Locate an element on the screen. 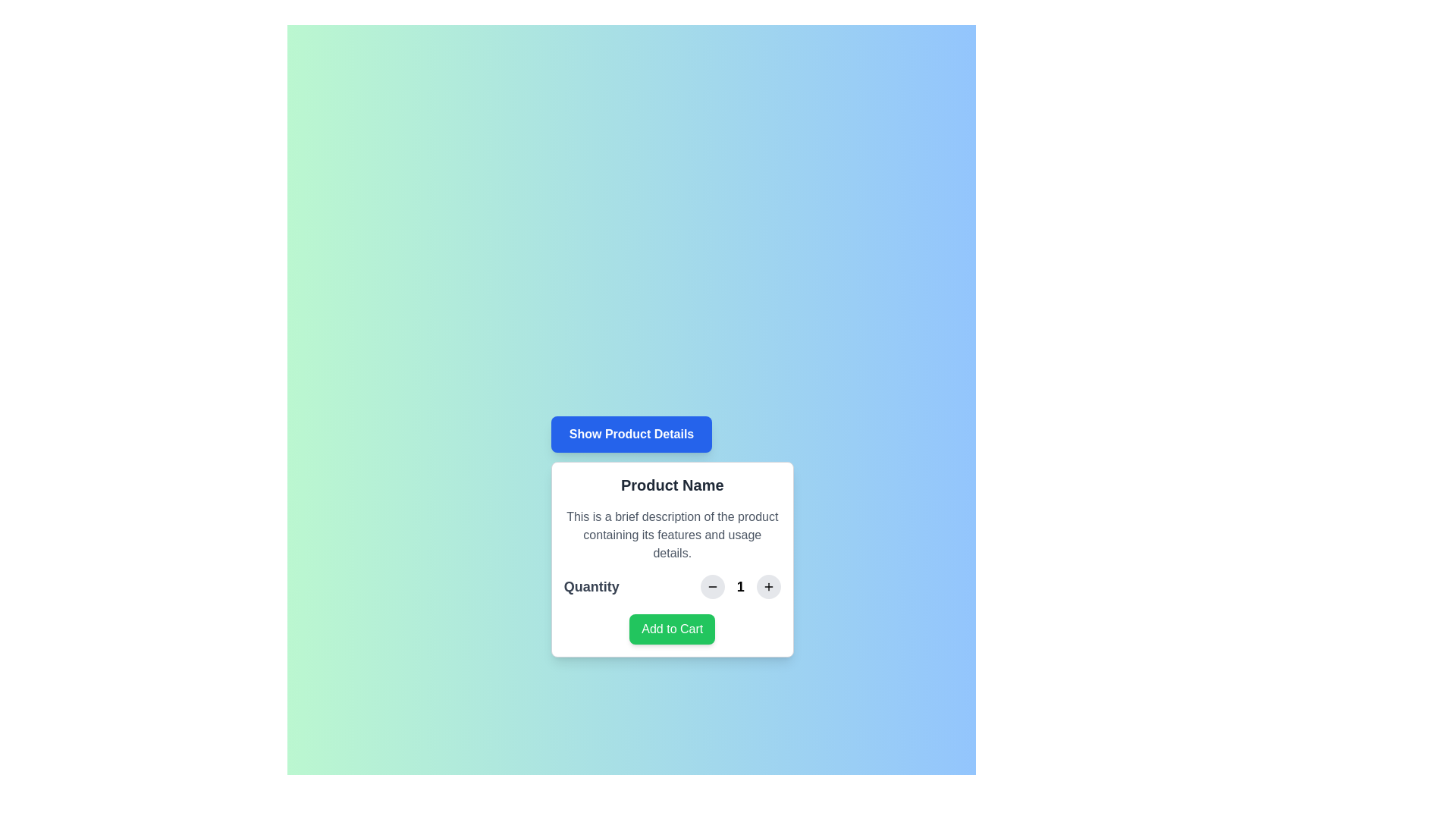  text element displaying the current quantity value '1' in the center of the quantity selector, located below 'Product Name' and flanked by minus and plus buttons is located at coordinates (740, 586).